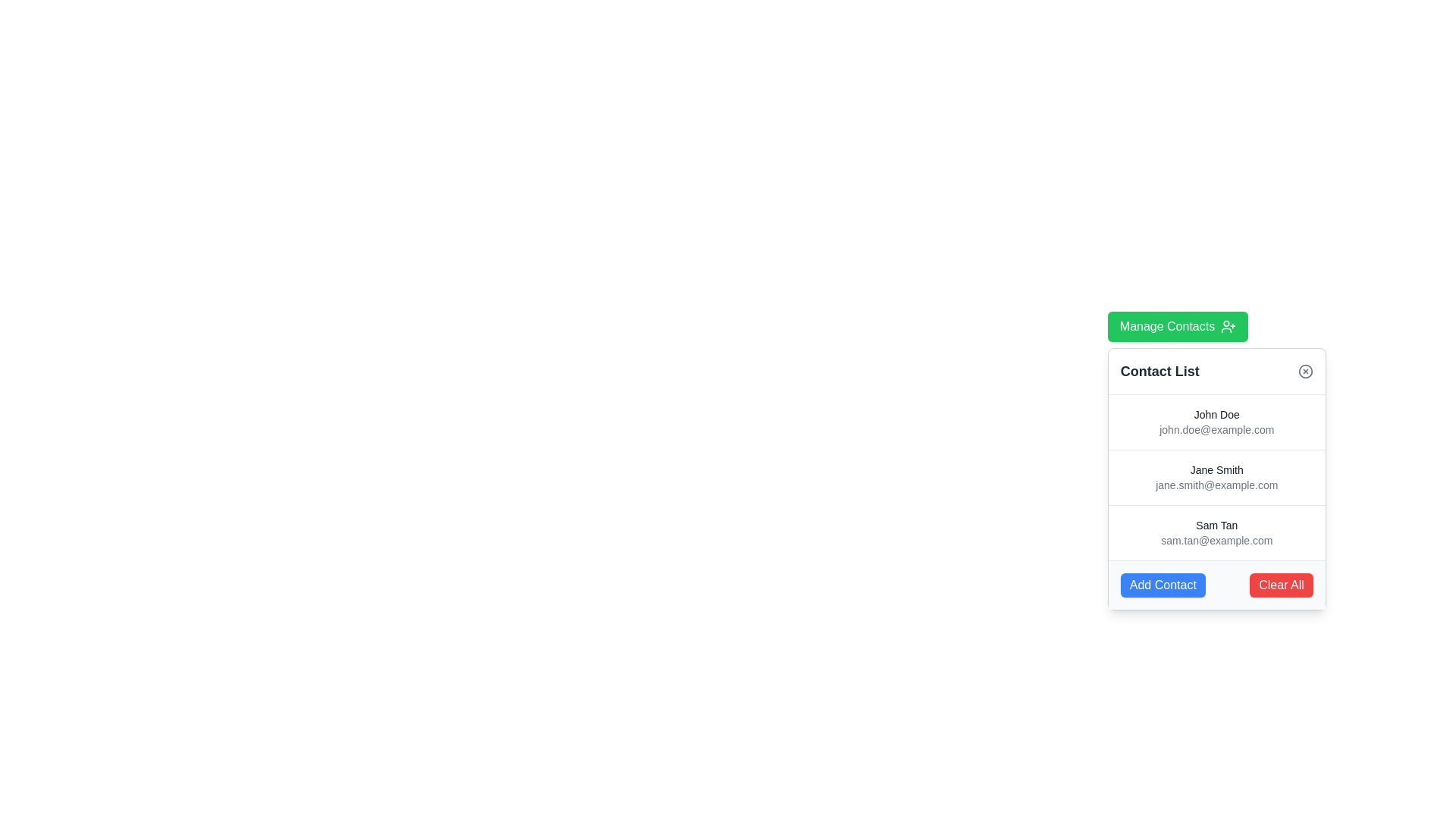 The height and width of the screenshot is (819, 1456). I want to click on the 'Close' or 'Clear' button in the 'Contact List' section, so click(1304, 371).